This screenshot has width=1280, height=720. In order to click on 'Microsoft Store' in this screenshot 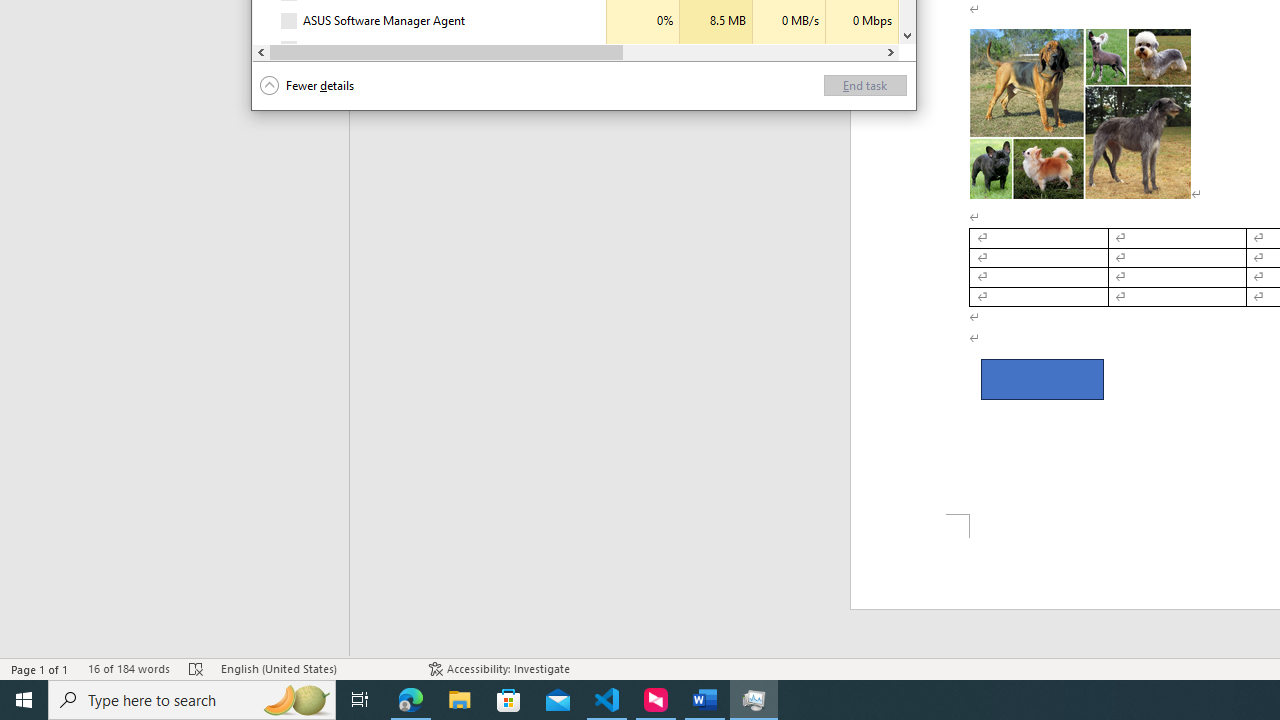, I will do `click(509, 698)`.